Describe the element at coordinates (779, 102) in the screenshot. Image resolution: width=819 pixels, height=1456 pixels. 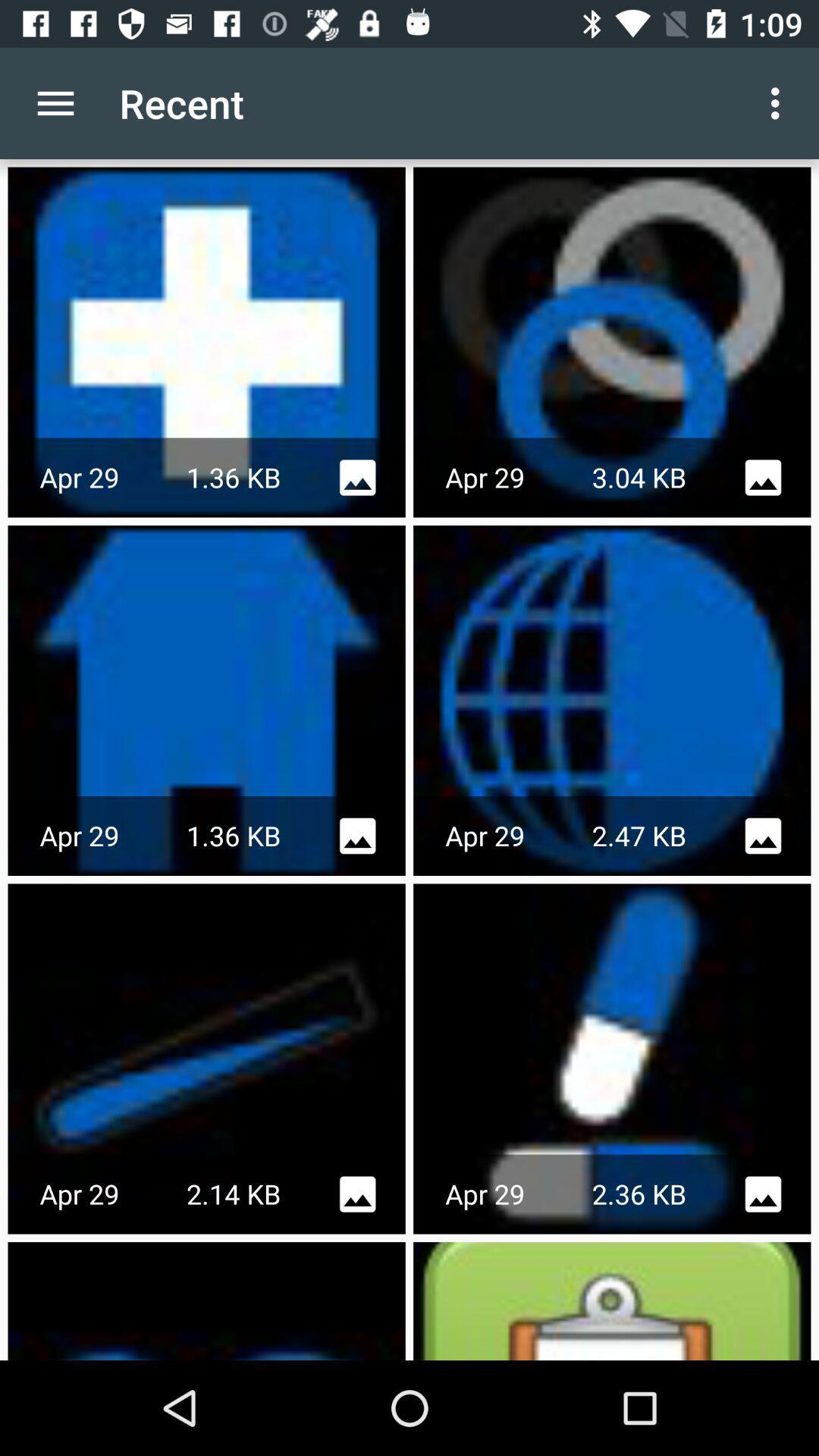
I see `the icon to the right of recent app` at that location.